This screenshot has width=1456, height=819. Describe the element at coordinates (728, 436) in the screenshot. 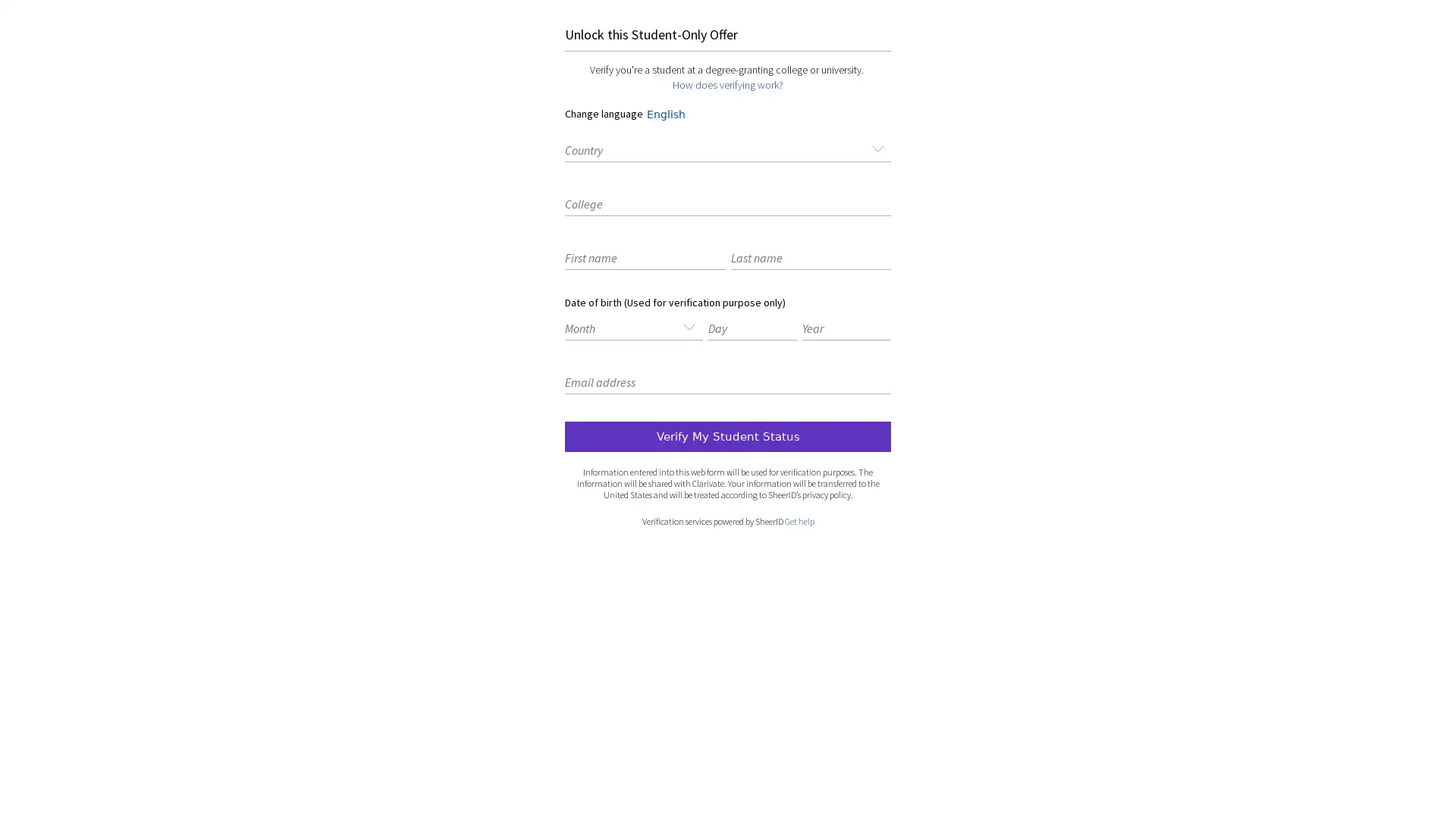

I see `submit` at that location.